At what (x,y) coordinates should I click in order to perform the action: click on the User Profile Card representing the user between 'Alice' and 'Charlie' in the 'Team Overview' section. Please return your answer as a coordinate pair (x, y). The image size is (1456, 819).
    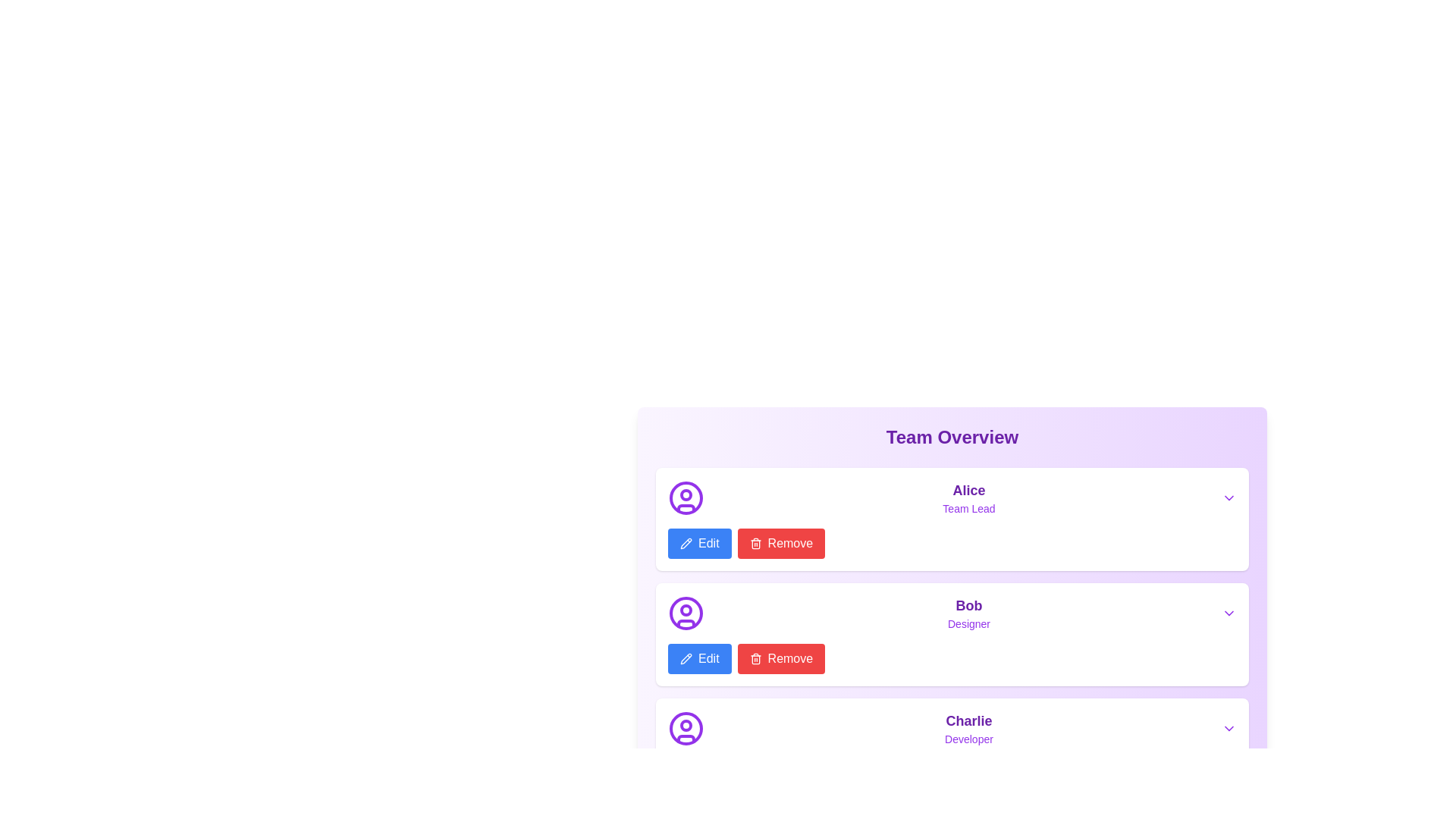
    Looking at the image, I should click on (952, 635).